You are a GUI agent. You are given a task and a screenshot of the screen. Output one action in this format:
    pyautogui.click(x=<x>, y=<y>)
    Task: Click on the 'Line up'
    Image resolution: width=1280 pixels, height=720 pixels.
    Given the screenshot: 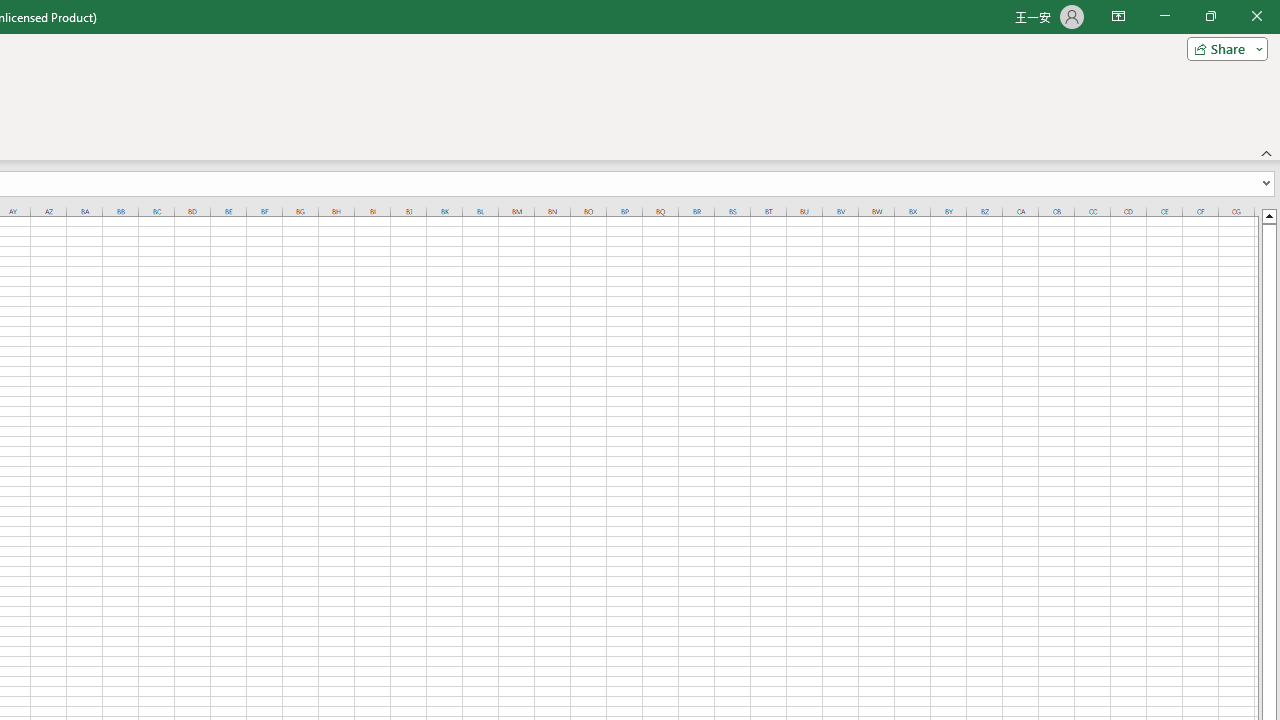 What is the action you would take?
    pyautogui.click(x=1268, y=215)
    